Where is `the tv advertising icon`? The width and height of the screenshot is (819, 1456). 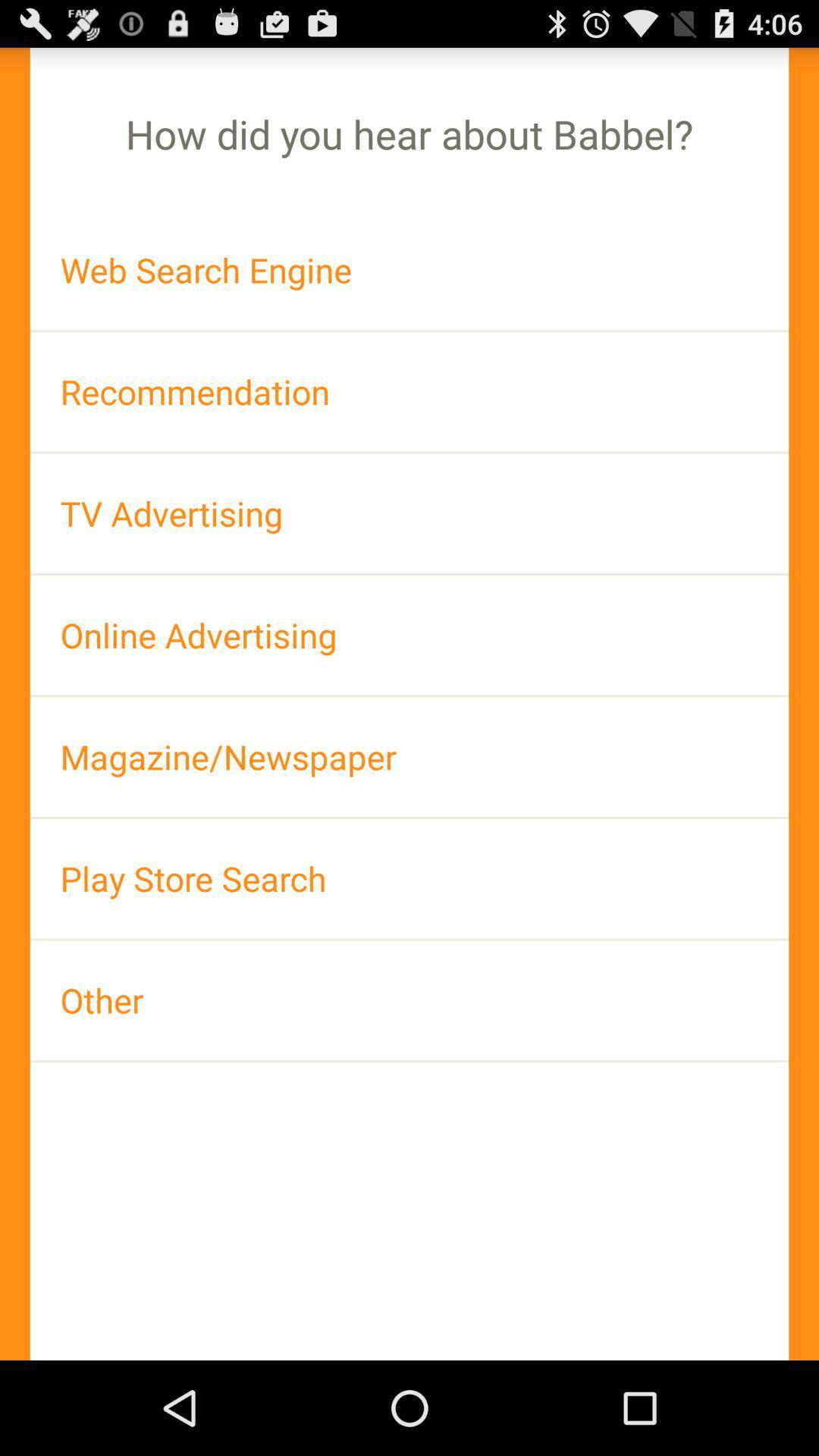
the tv advertising icon is located at coordinates (409, 513).